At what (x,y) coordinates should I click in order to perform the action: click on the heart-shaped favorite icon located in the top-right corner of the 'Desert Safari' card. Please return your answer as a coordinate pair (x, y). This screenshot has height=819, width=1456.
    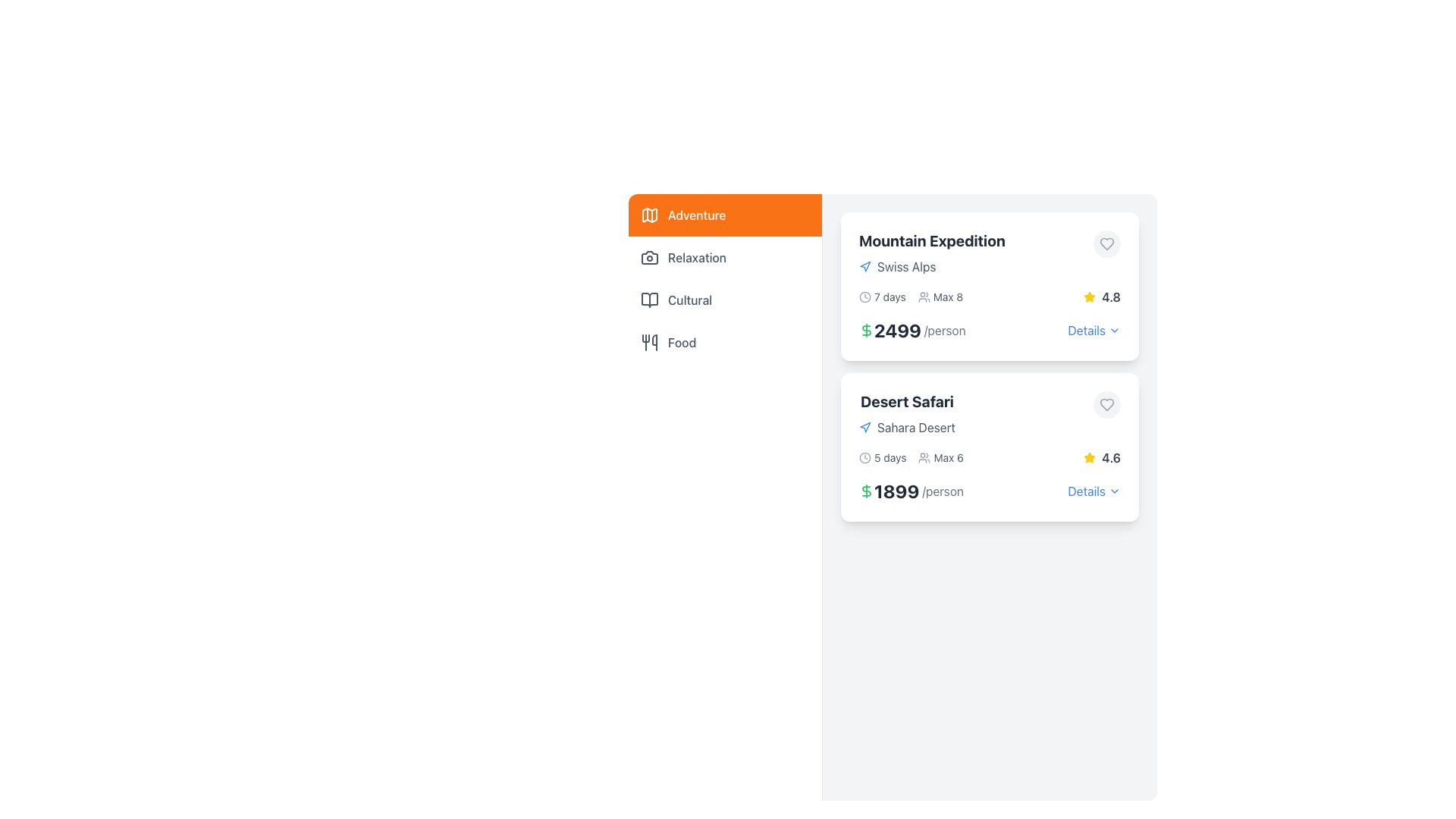
    Looking at the image, I should click on (1106, 403).